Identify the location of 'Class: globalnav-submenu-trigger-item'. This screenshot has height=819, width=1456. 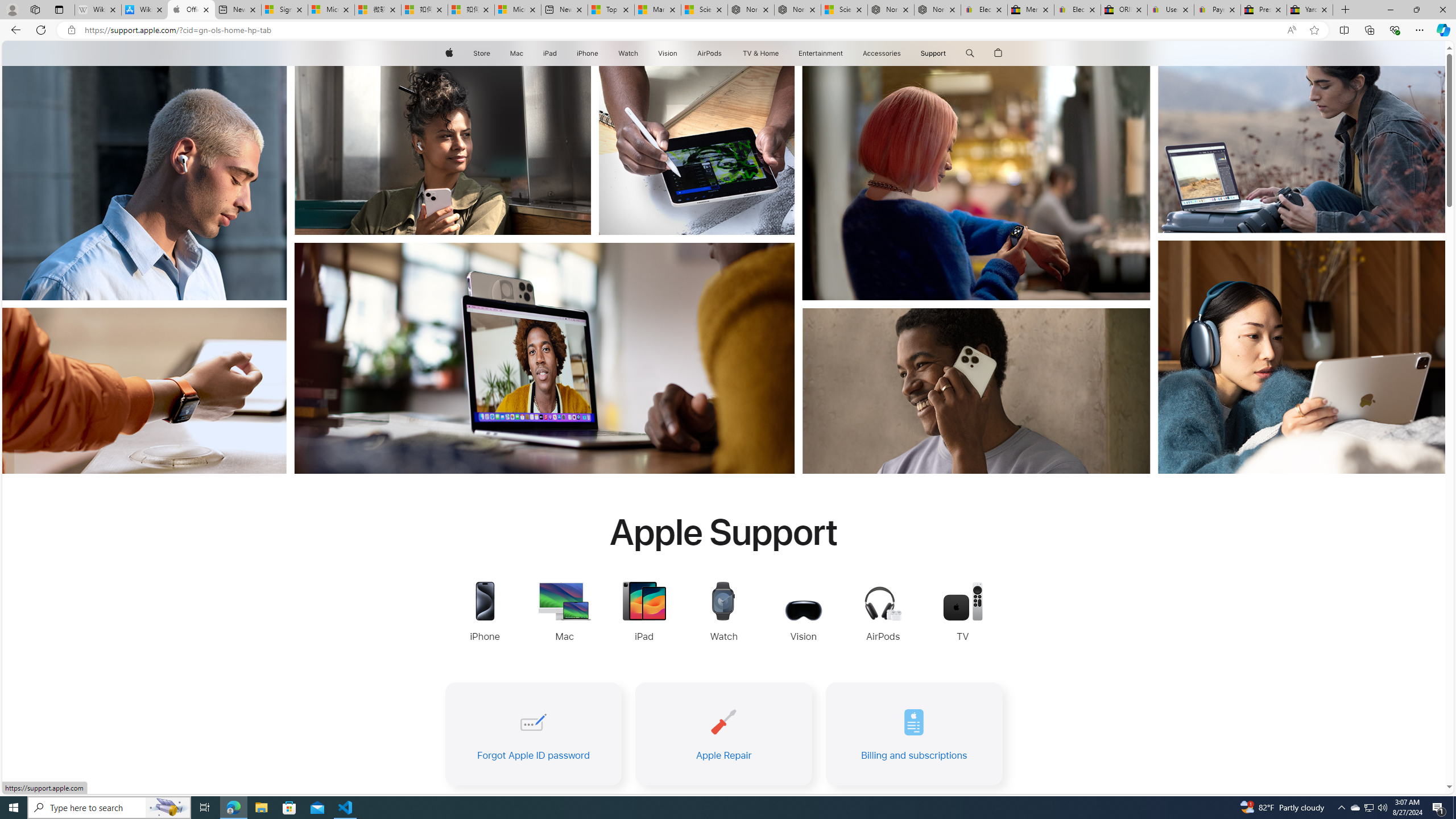
(948, 53).